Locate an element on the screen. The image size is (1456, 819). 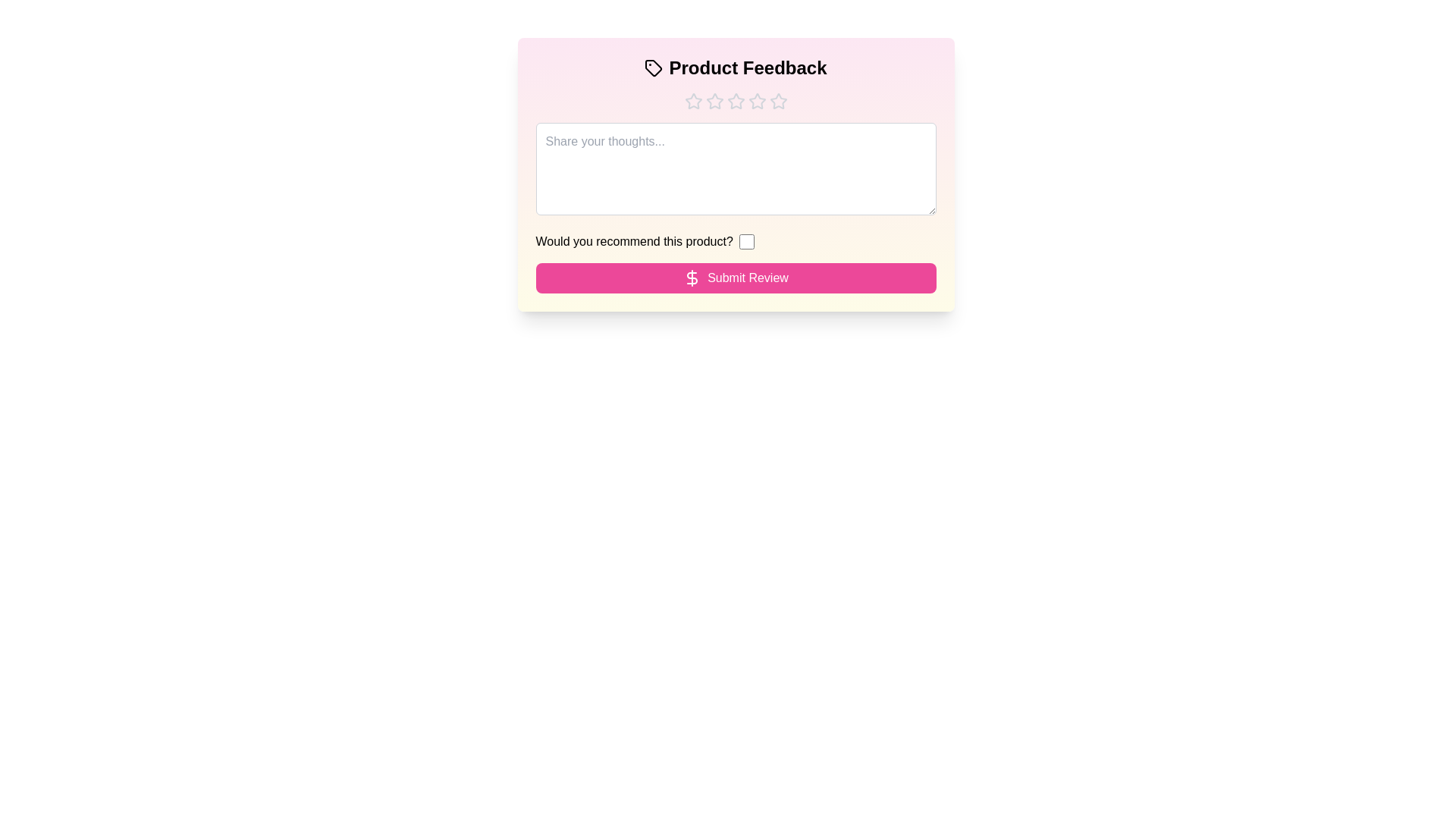
the star corresponding to the rating 3 to set the product rating is located at coordinates (736, 102).